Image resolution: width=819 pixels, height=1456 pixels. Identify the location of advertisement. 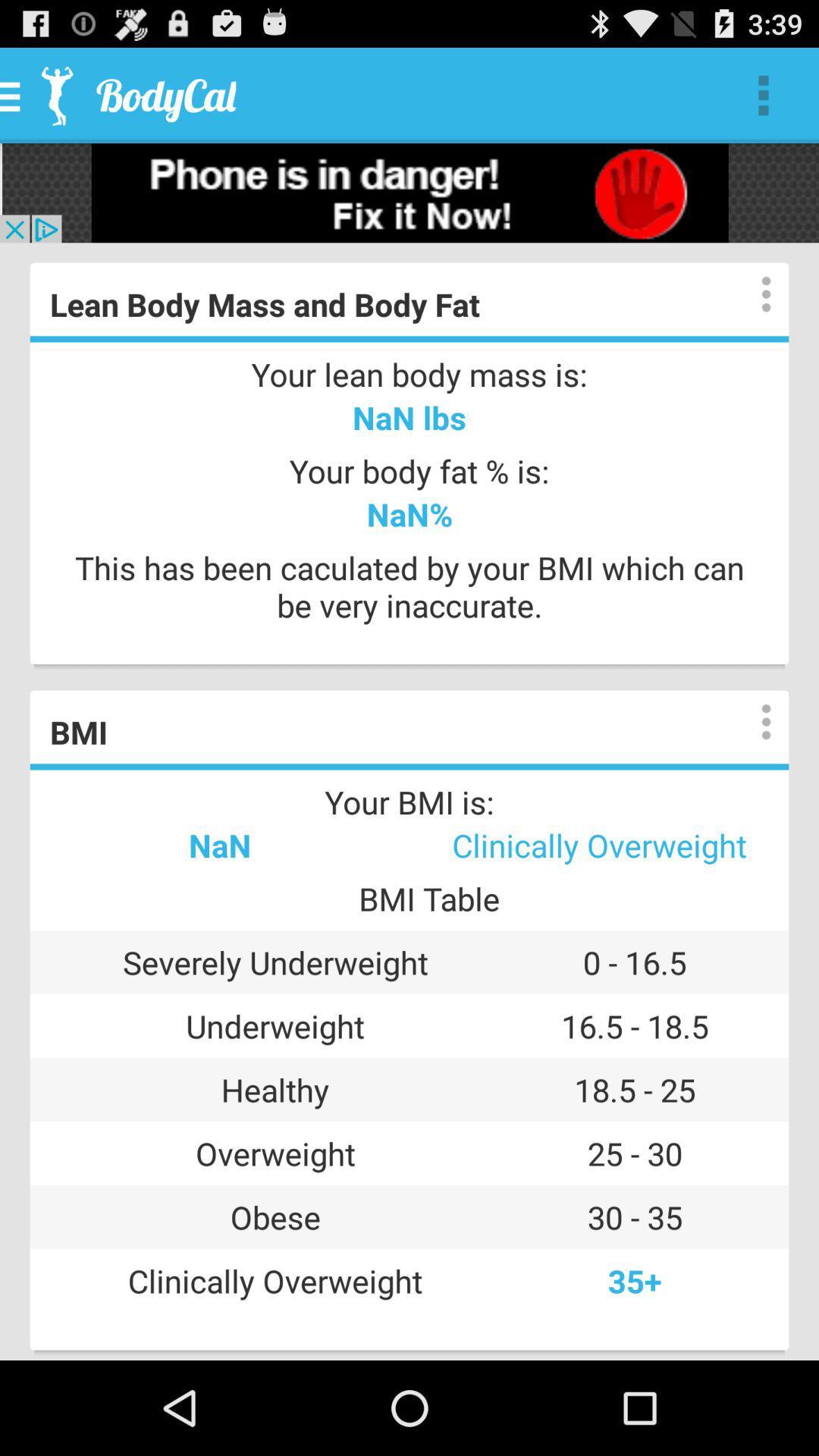
(409, 192).